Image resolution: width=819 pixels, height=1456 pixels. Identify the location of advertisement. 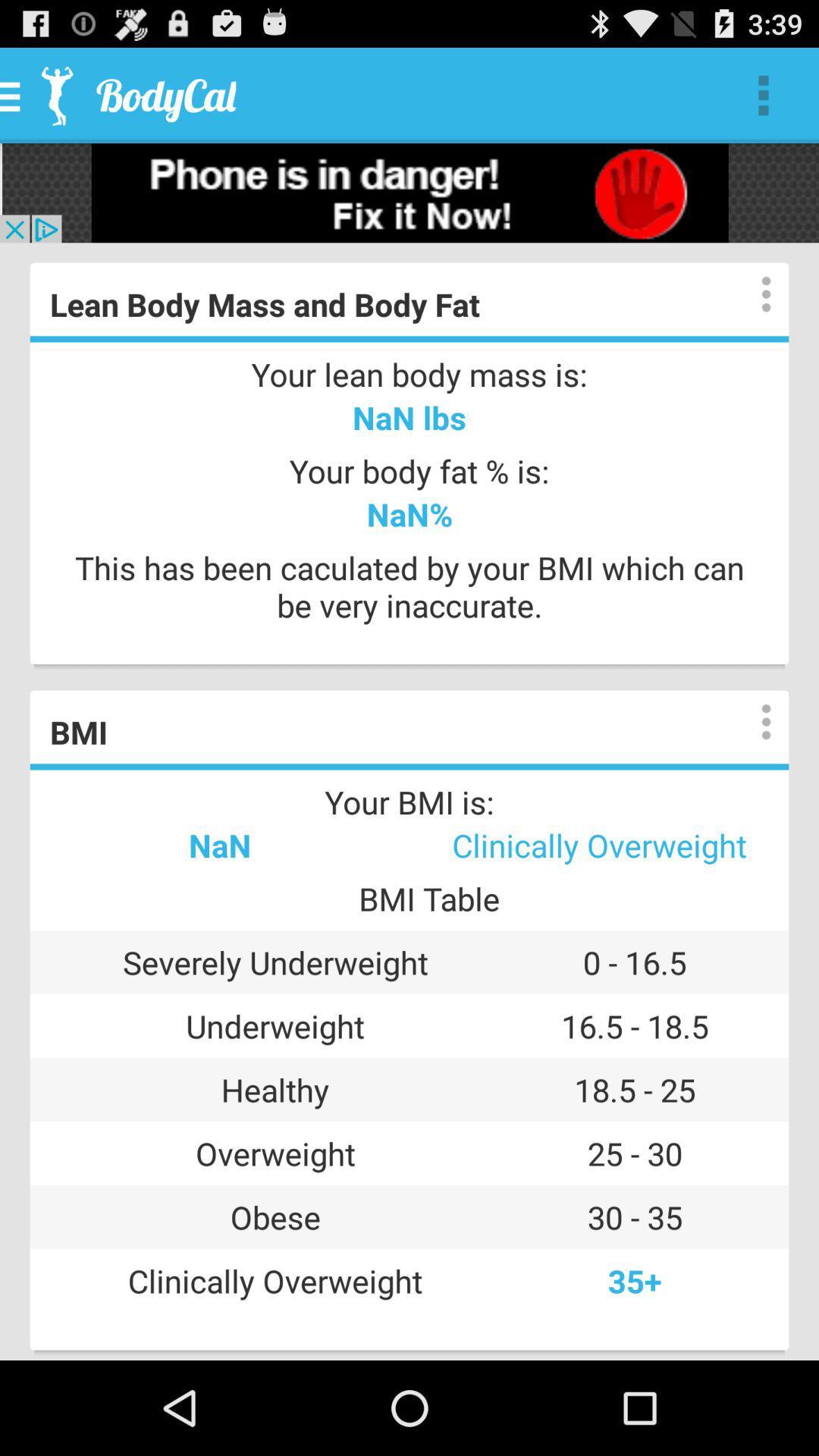
(409, 192).